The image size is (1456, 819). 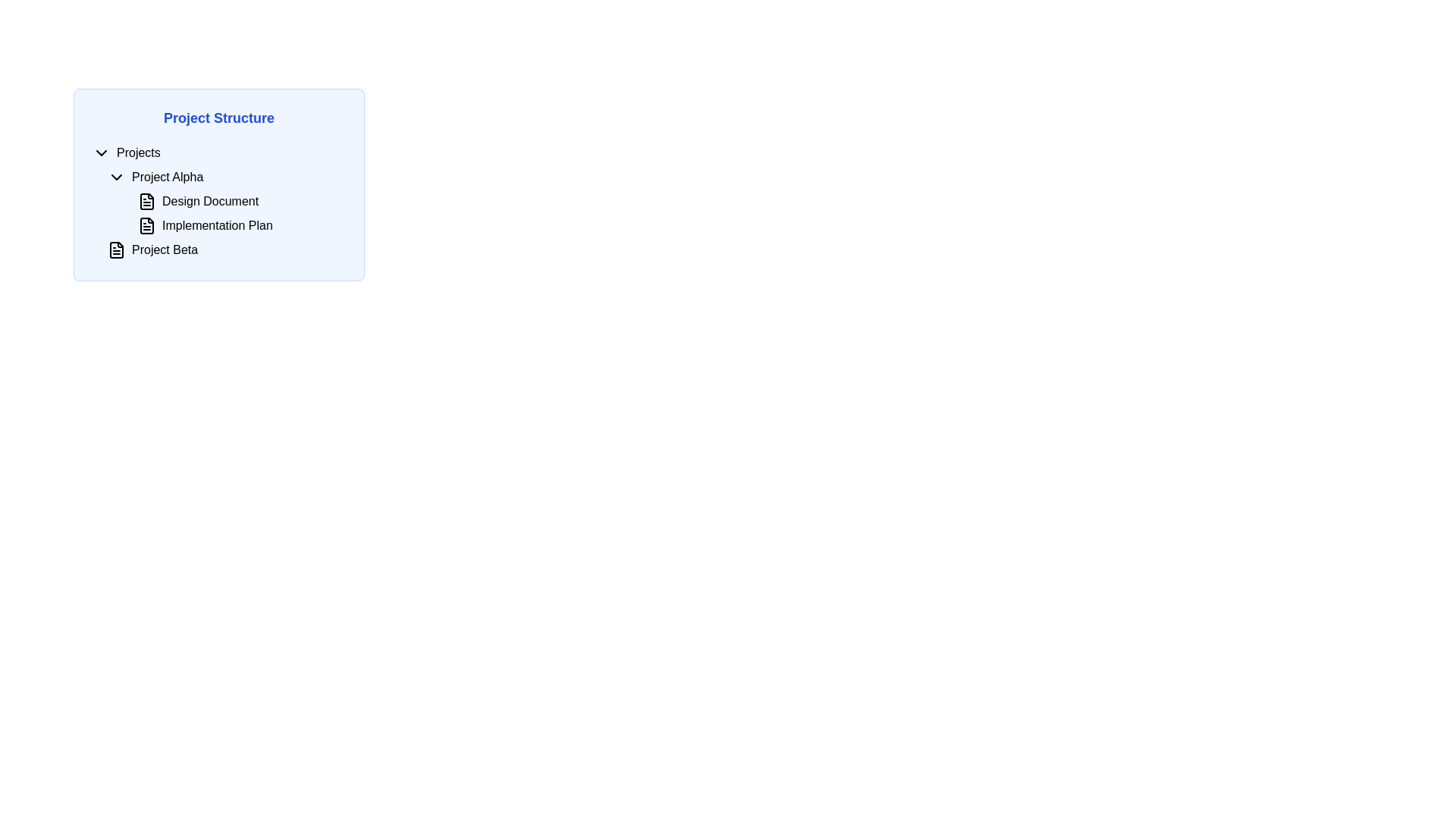 I want to click on the 'Projects' Collapsible Header Item to navigate within the project structure, so click(x=218, y=152).